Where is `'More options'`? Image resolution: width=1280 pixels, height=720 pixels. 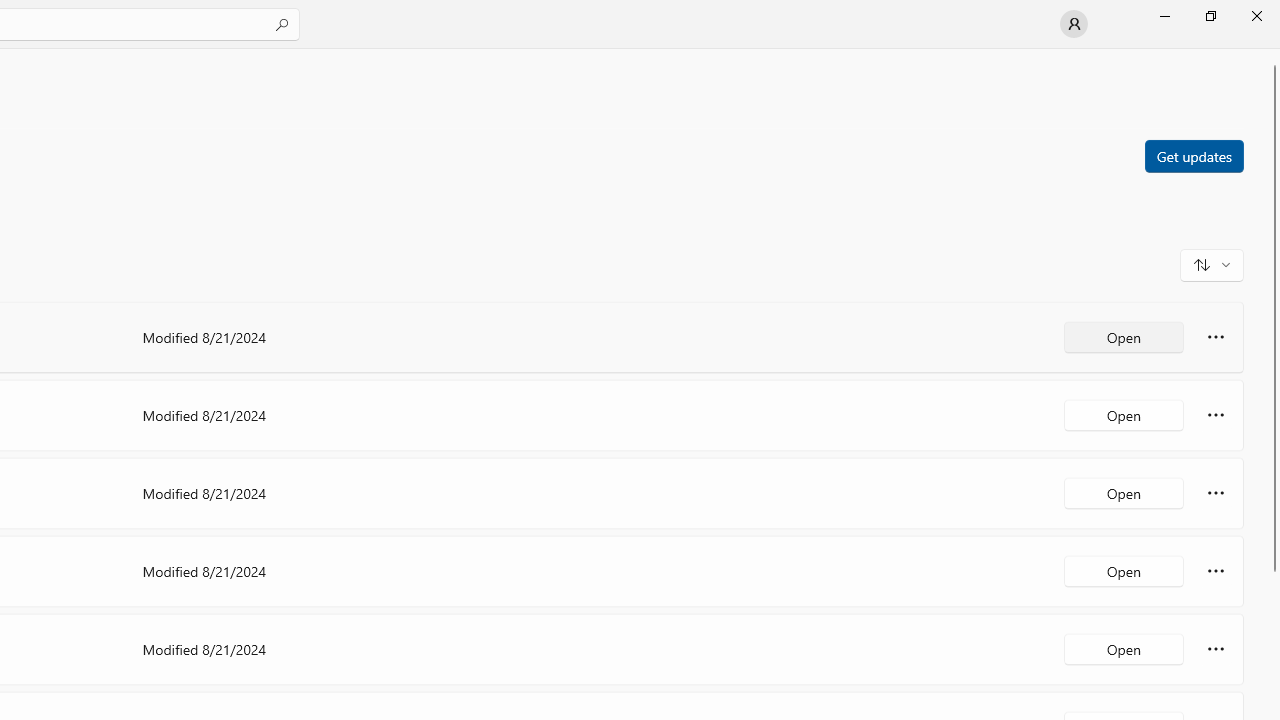 'More options' is located at coordinates (1215, 649).